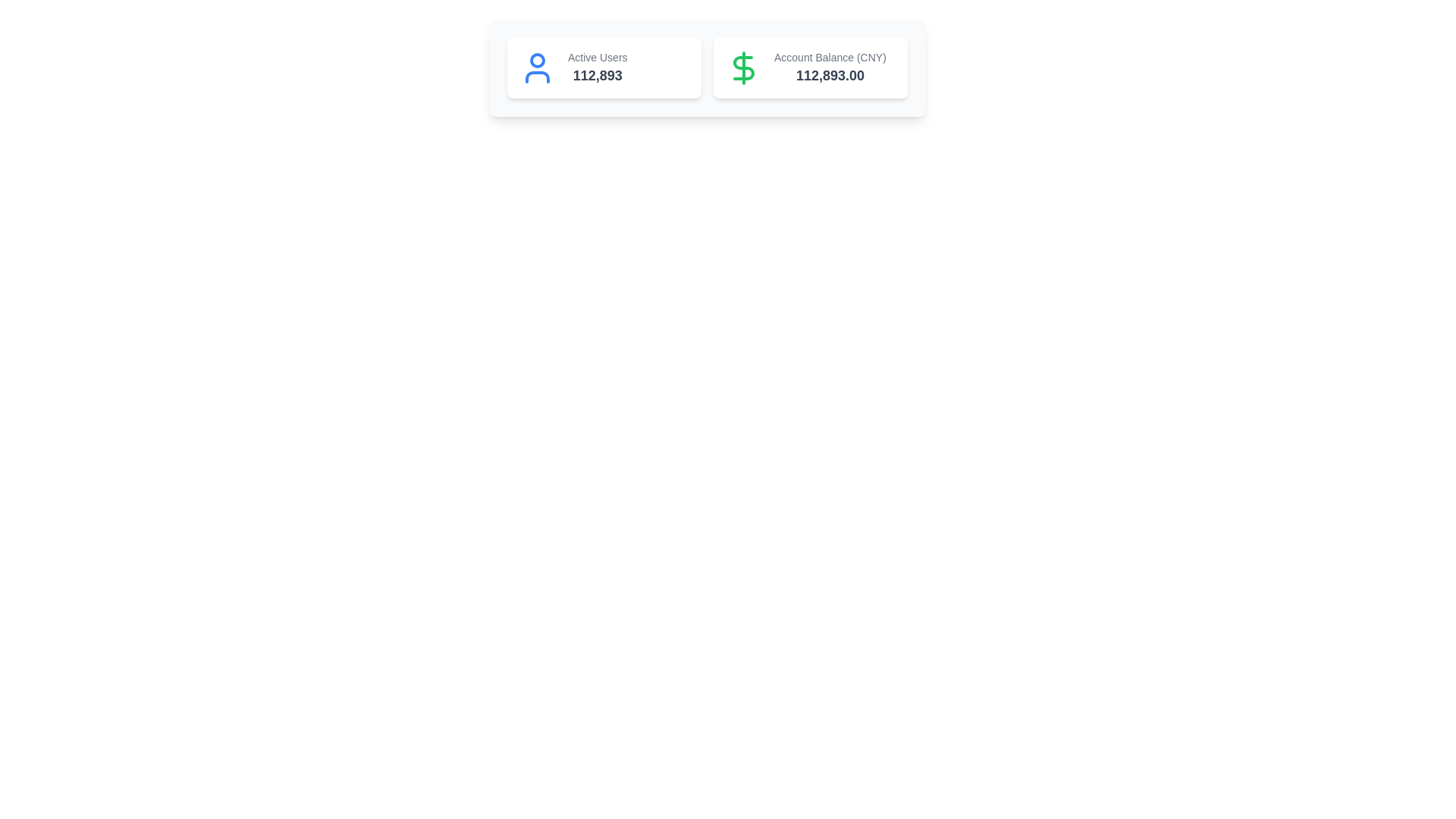  What do you see at coordinates (829, 57) in the screenshot?
I see `the text label that describes the numeric account balance, located in the right-hand card above the balance amount '112,893.00'` at bounding box center [829, 57].